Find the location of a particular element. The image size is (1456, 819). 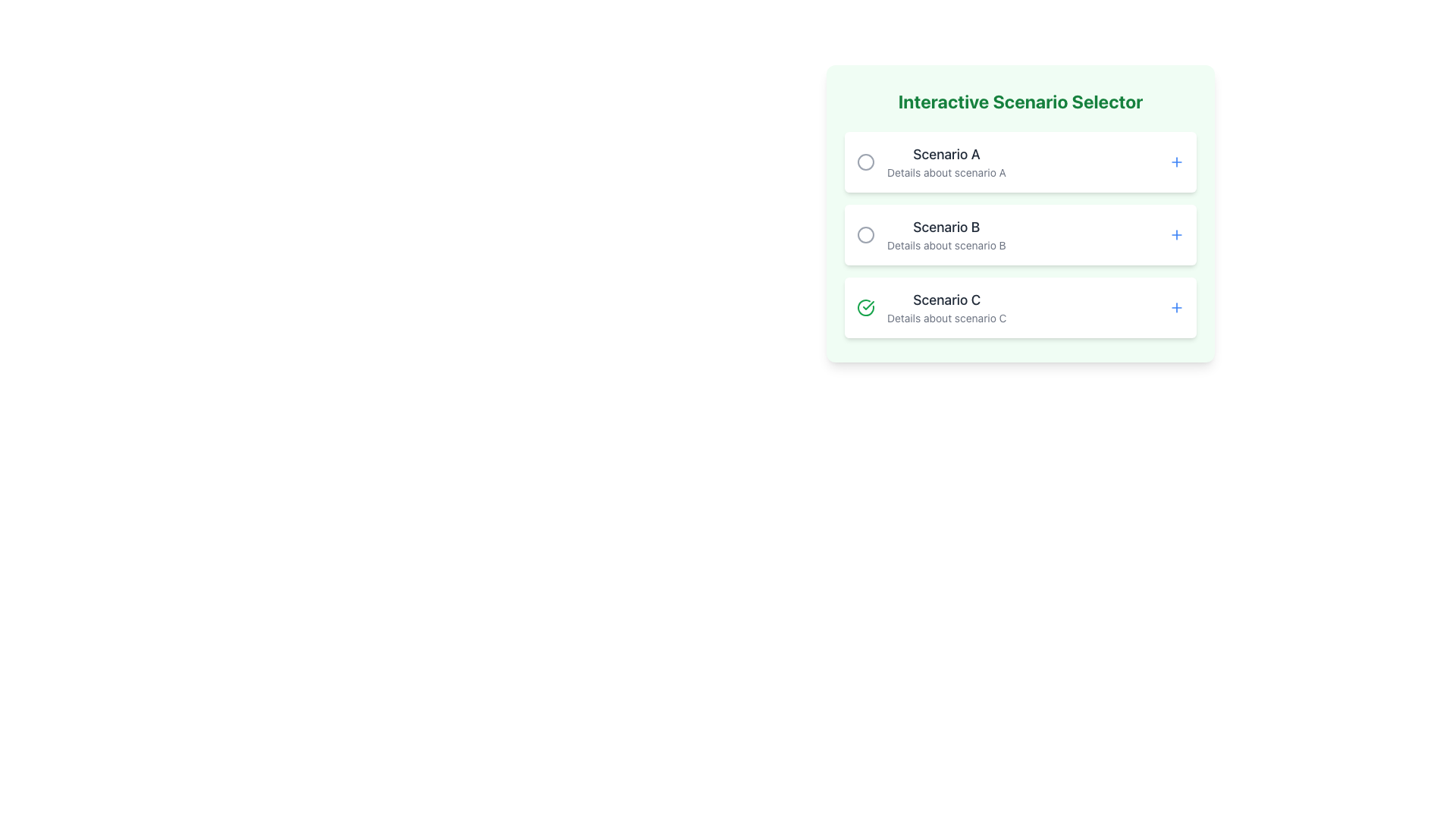

descriptive label text positioned underneath the header 'Scenario B' in the interactive selector interface is located at coordinates (946, 245).